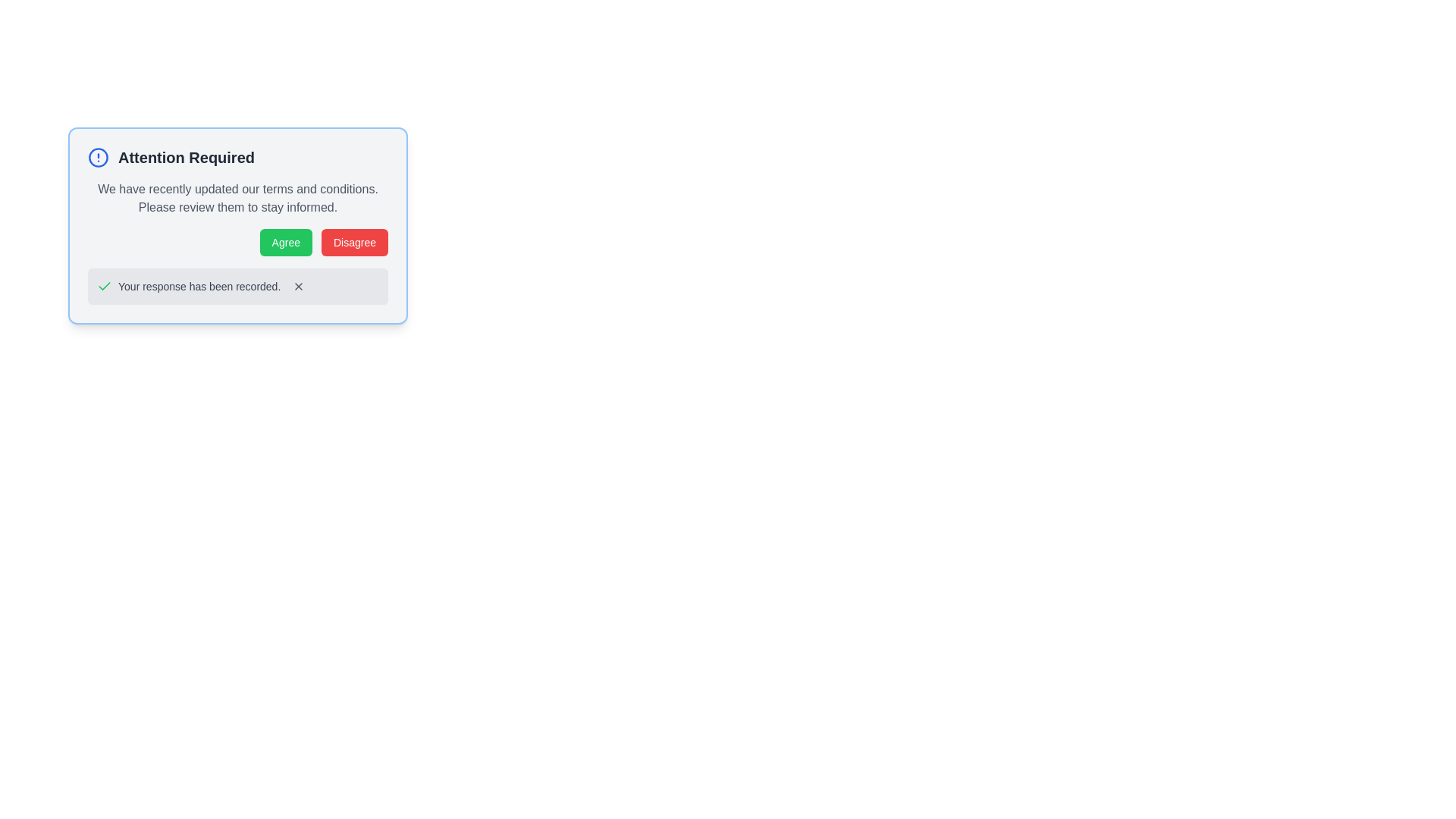 This screenshot has width=1456, height=819. I want to click on the text label that contains the message 'We have recently updated our terms and conditions.' located below the header 'Attention Required', so click(237, 198).